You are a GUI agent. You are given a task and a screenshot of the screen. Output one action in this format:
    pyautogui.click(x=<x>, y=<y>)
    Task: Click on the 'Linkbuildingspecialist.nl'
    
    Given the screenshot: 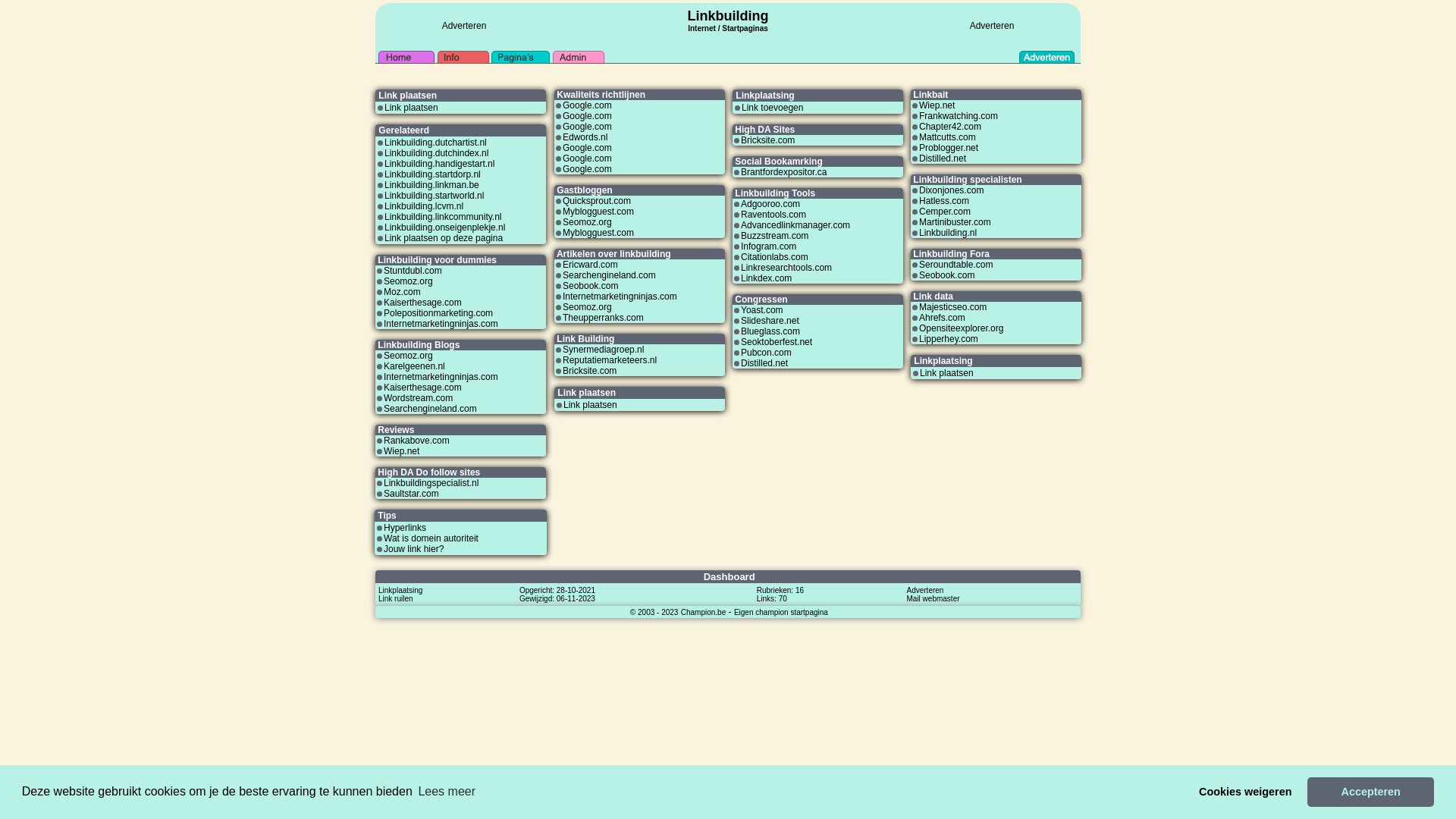 What is the action you would take?
    pyautogui.click(x=430, y=482)
    